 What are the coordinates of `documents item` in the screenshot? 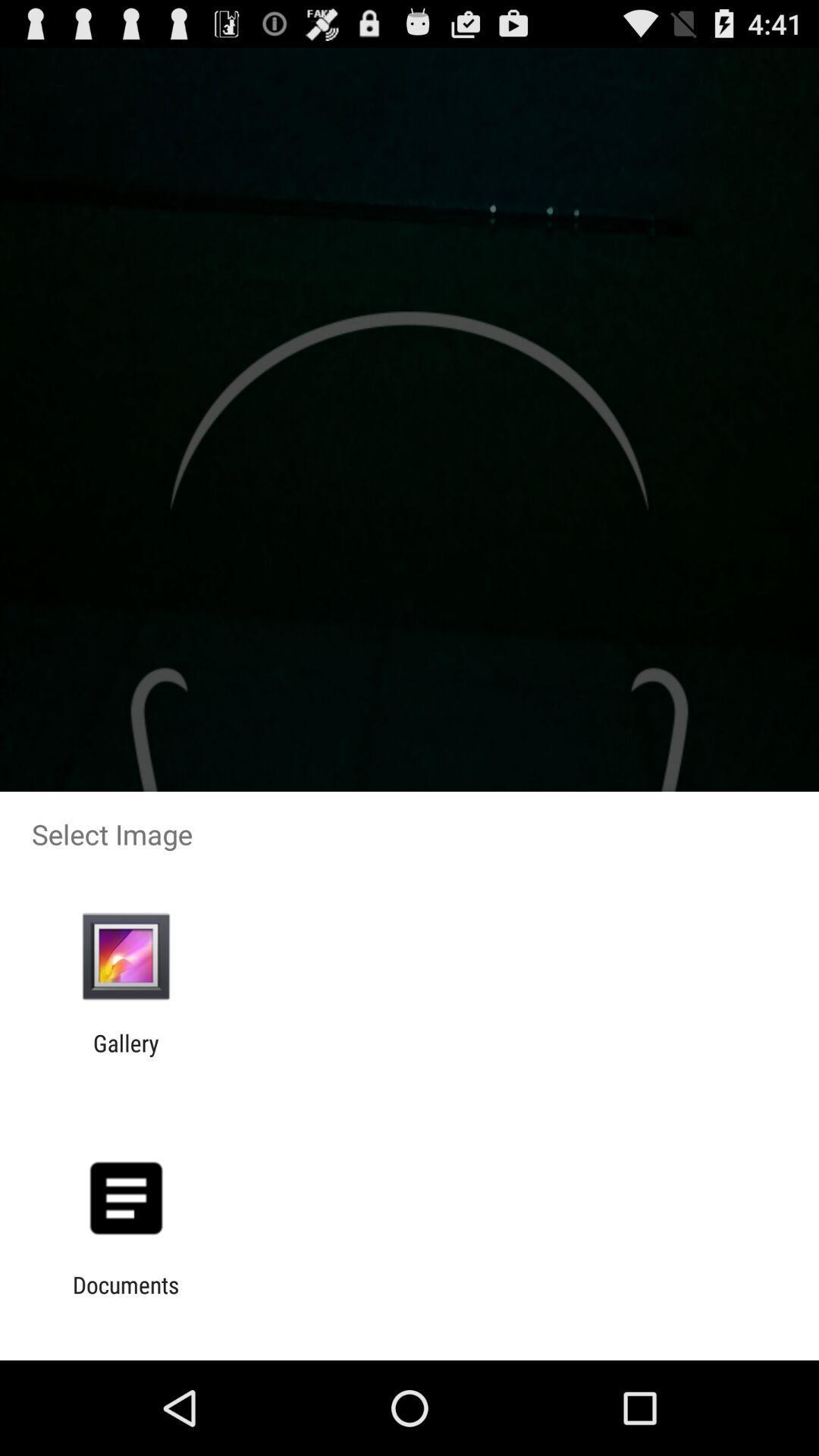 It's located at (125, 1298).